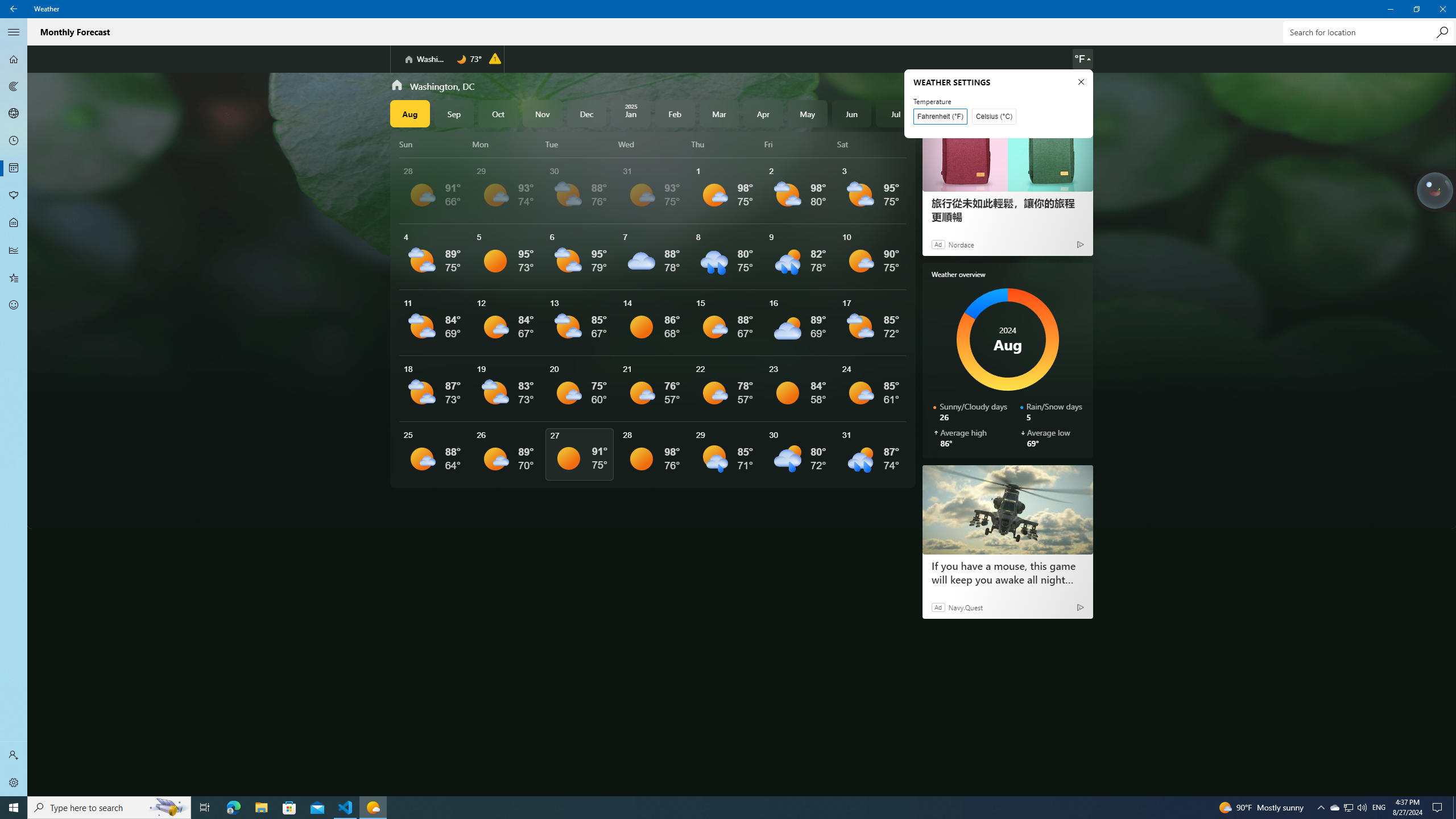  Describe the element at coordinates (14, 781) in the screenshot. I see `'Settings'` at that location.